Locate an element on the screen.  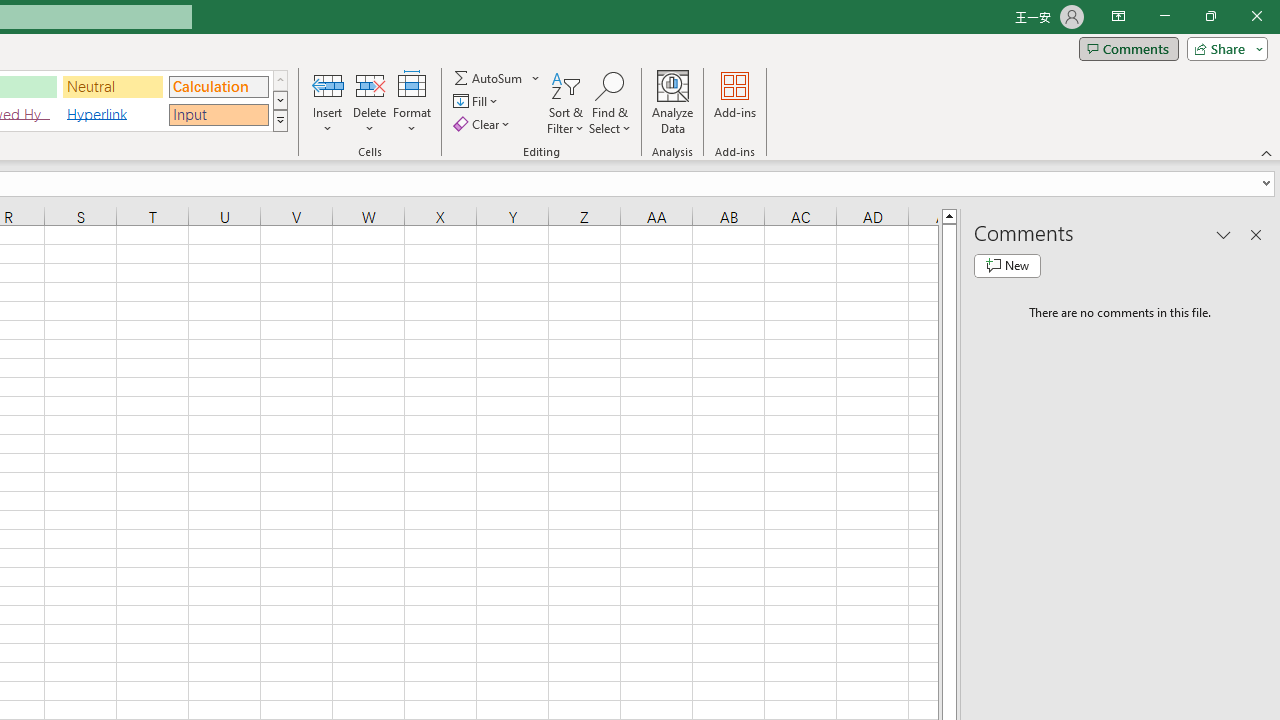
'Neutral' is located at coordinates (112, 85).